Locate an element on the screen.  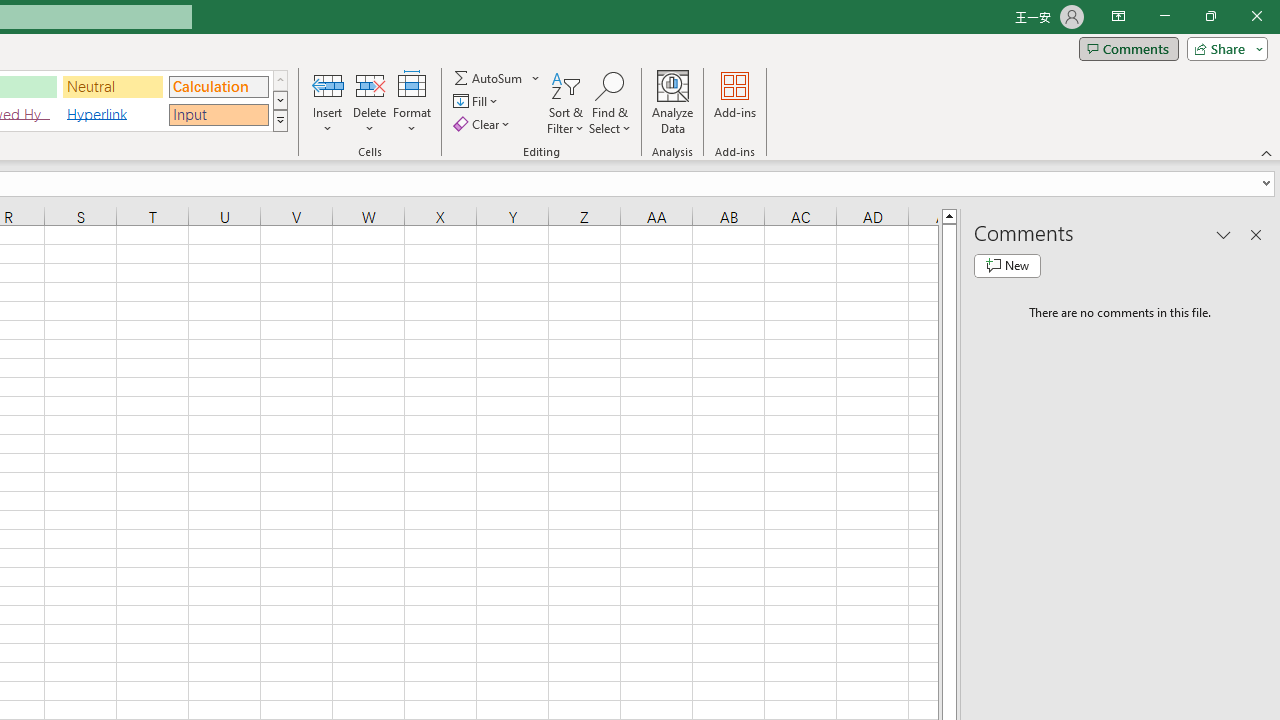
'Neutral' is located at coordinates (112, 85).